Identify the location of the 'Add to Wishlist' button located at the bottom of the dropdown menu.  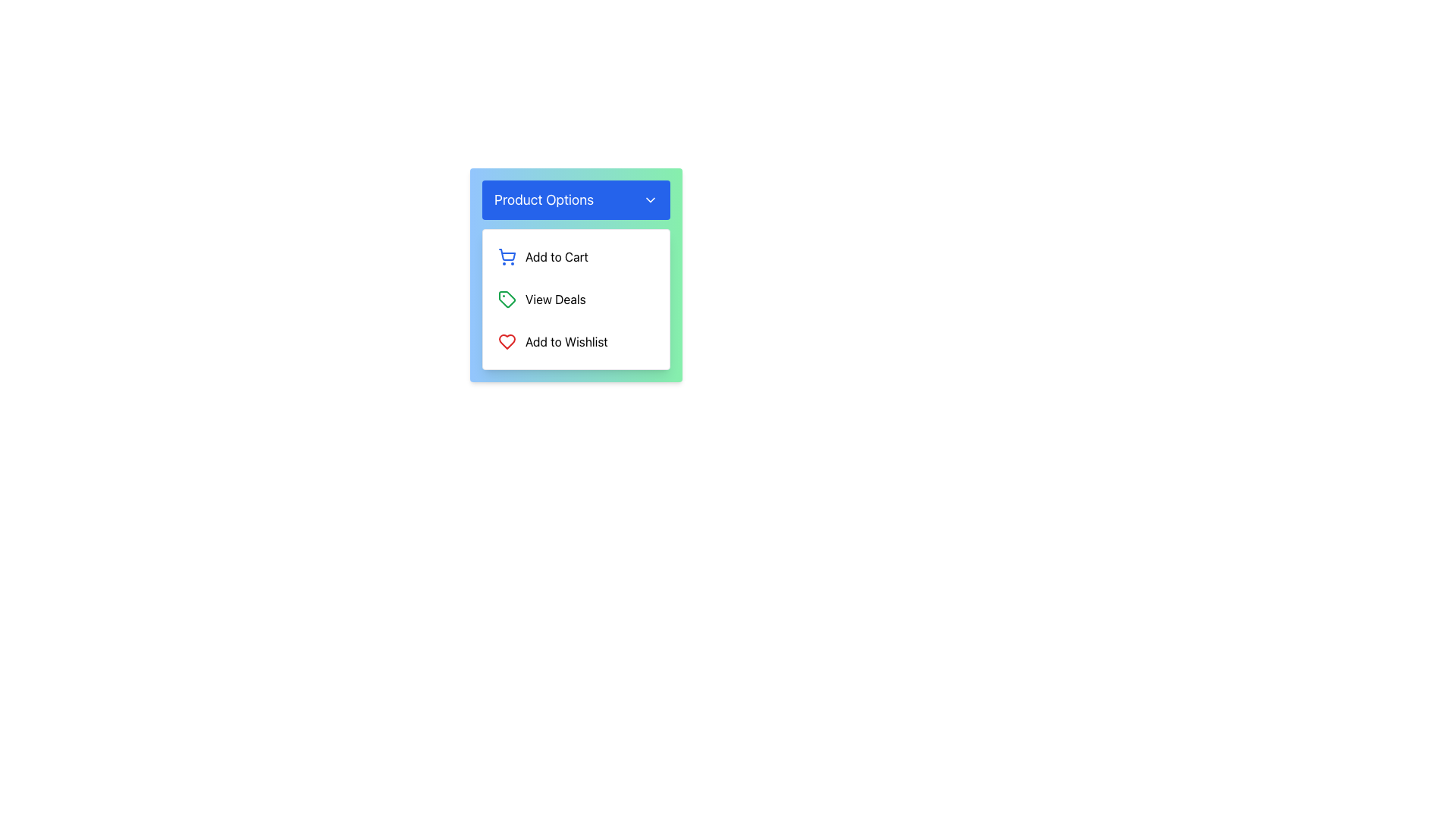
(575, 342).